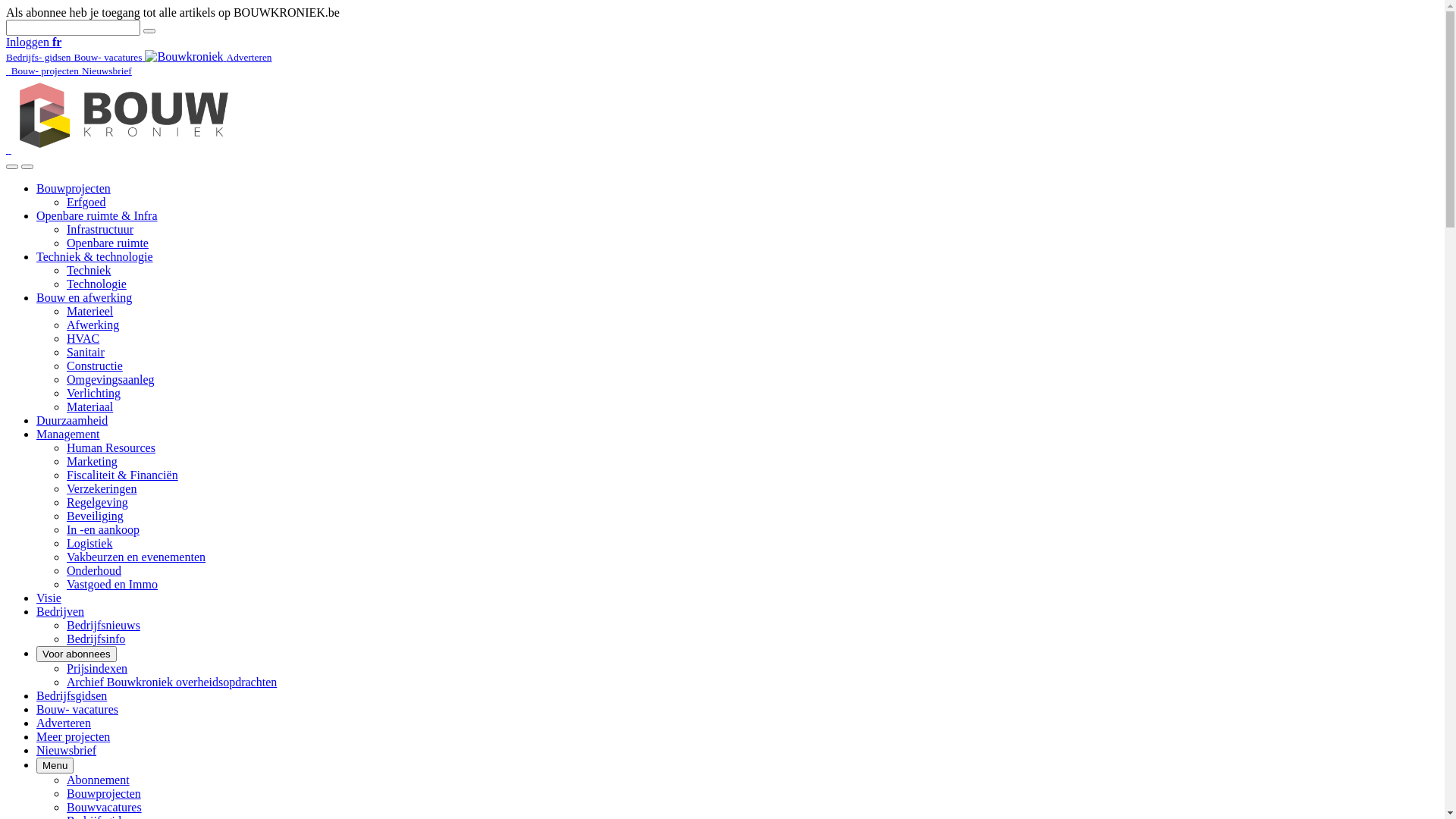  What do you see at coordinates (36, 695) in the screenshot?
I see `'Bedrijfsgidsen'` at bounding box center [36, 695].